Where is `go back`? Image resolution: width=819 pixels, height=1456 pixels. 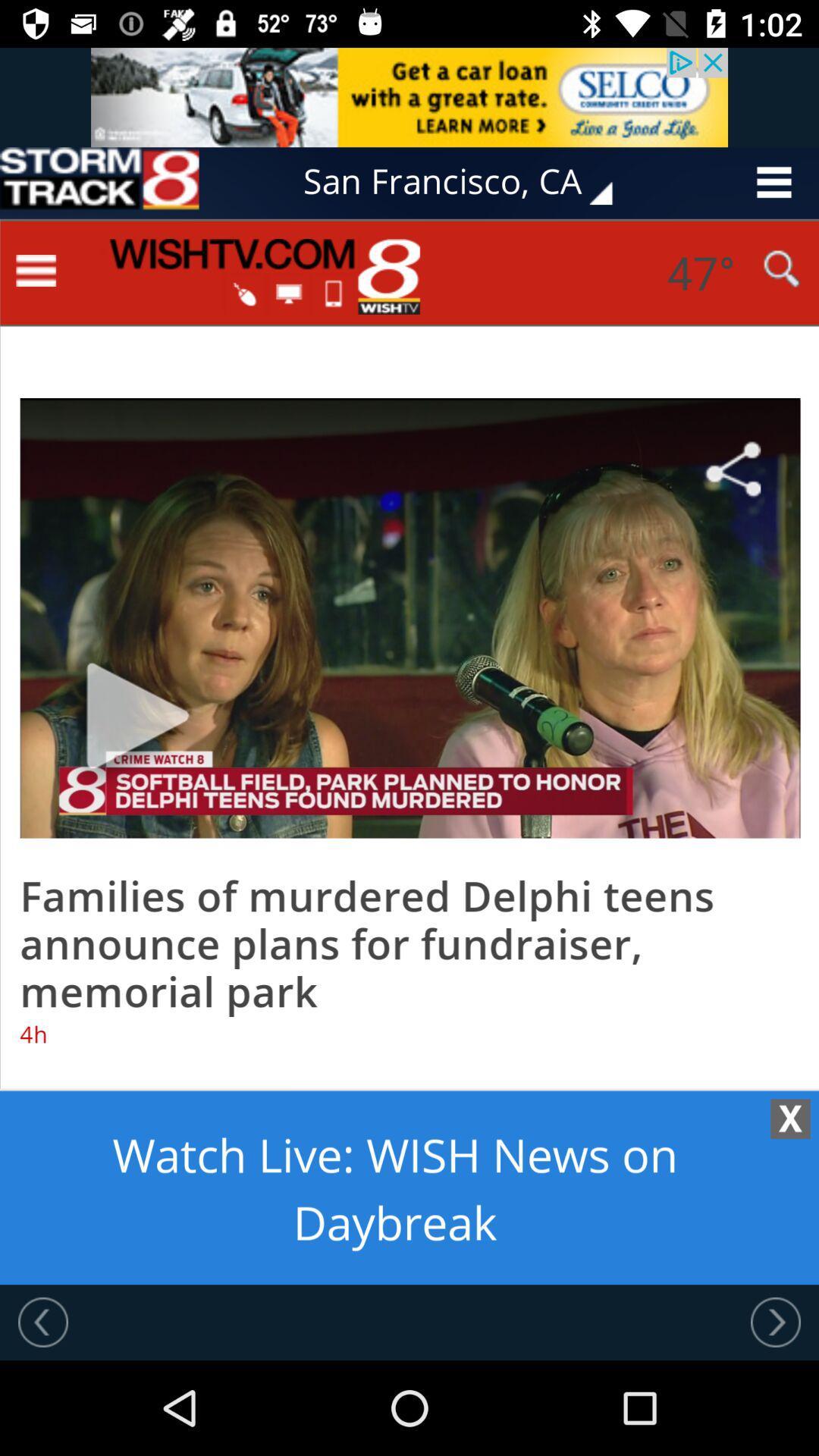
go back is located at coordinates (42, 1321).